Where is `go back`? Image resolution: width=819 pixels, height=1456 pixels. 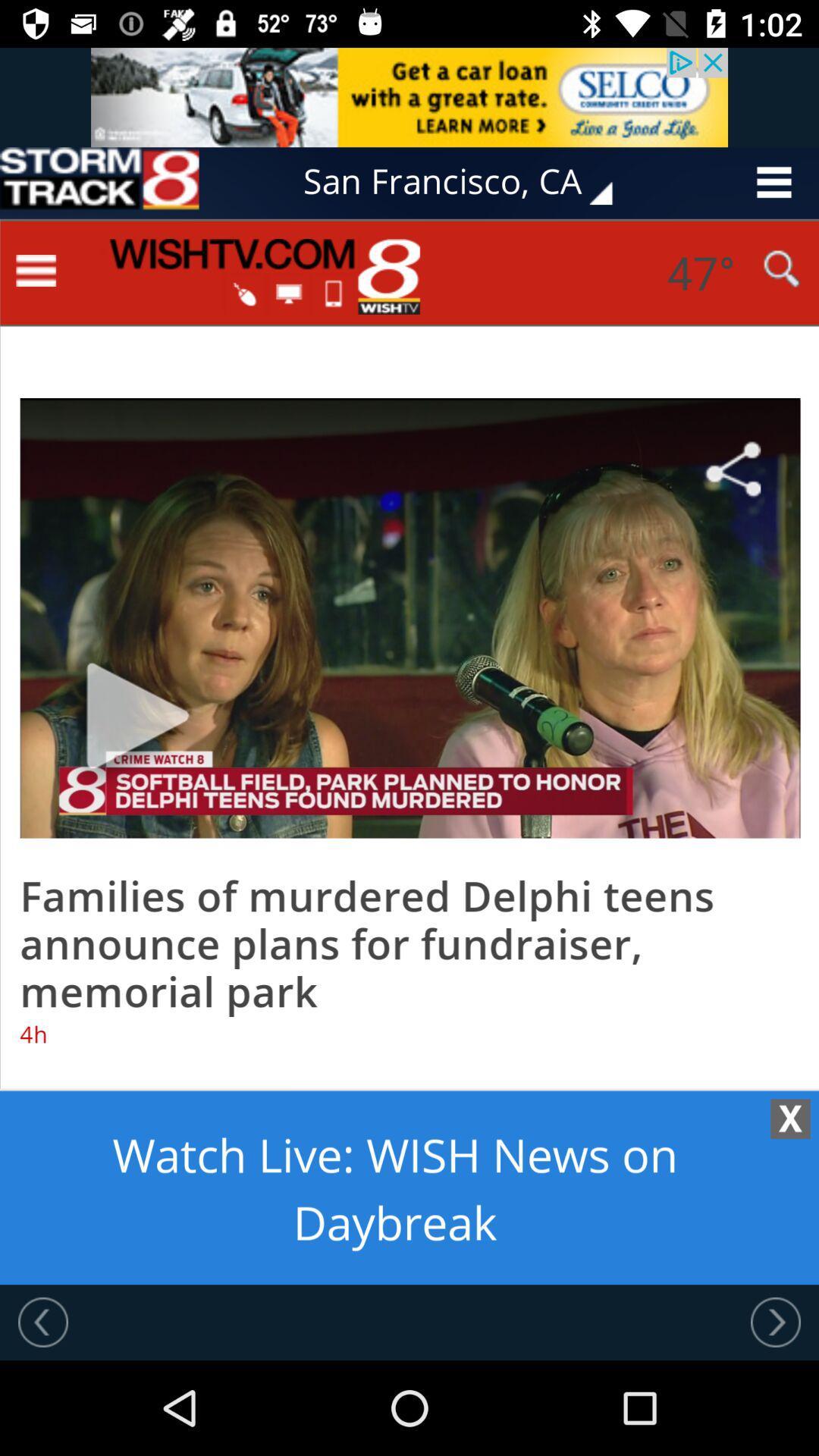
go back is located at coordinates (42, 1321).